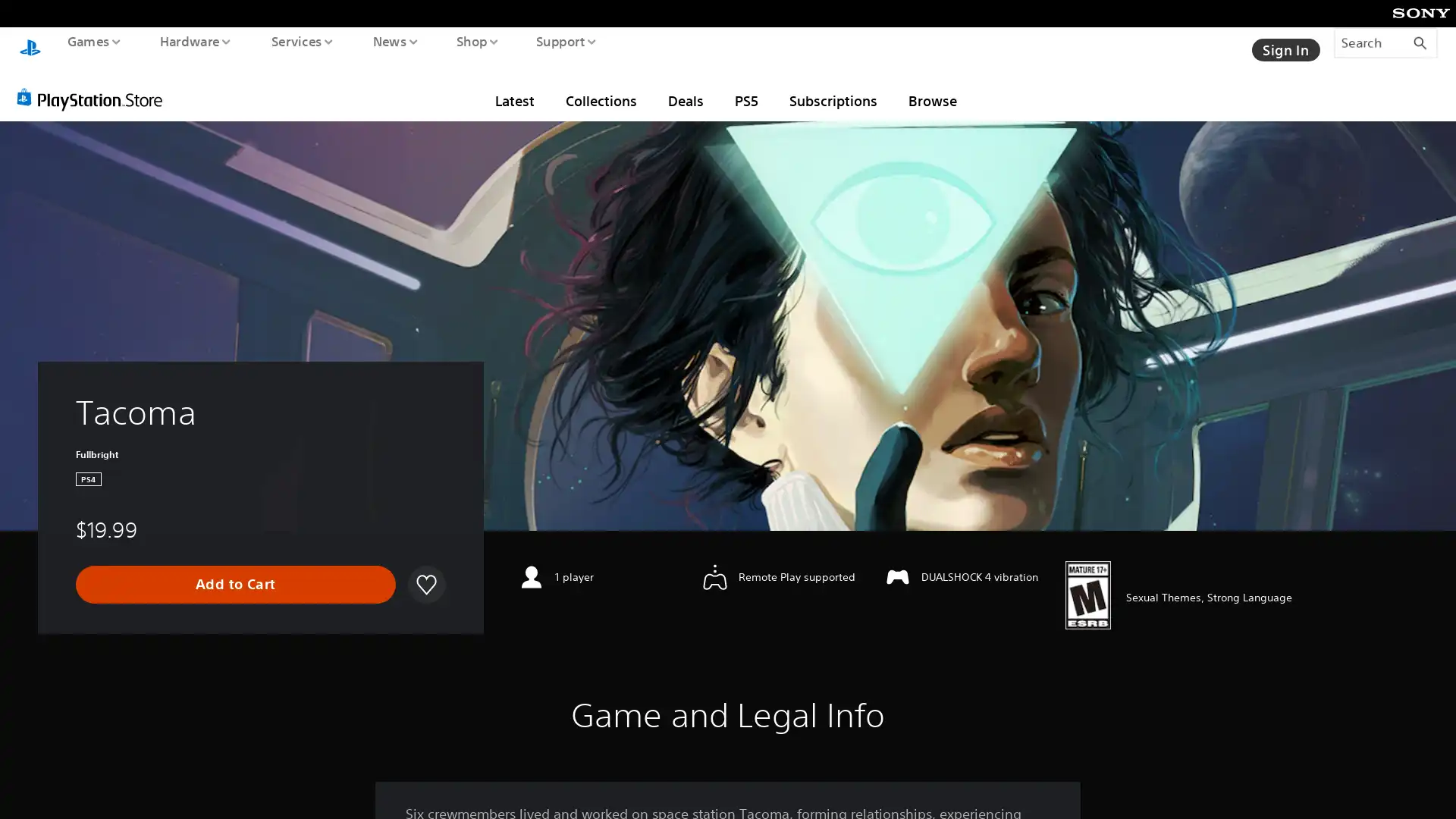 The width and height of the screenshot is (1456, 819). Describe the element at coordinates (1284, 42) in the screenshot. I see `Sign In` at that location.